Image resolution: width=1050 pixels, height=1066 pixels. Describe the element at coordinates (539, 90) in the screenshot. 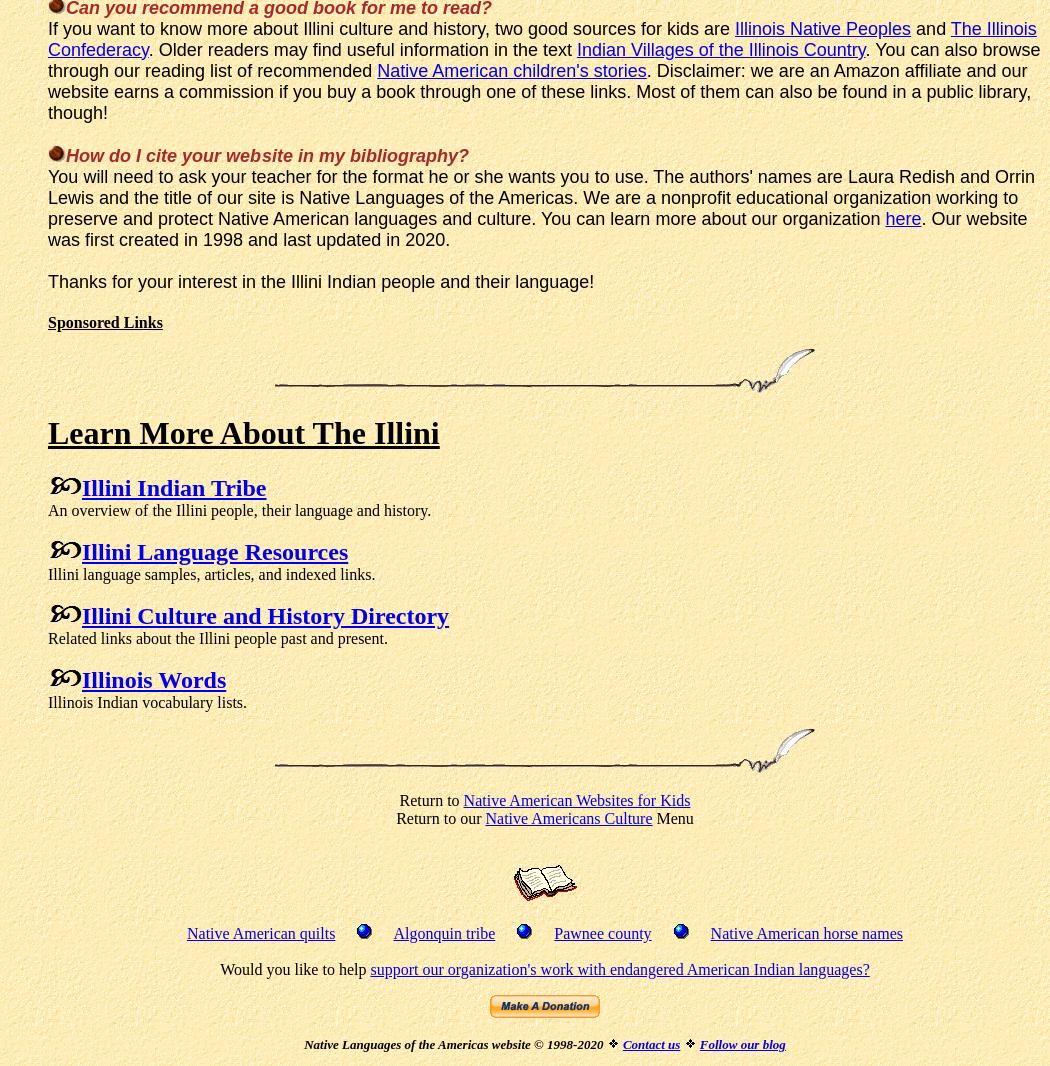

I see `'.
Disclaimer: we are an Amazon affiliate and our website earns a commission if you buy a book through one of these links.
Most of them can also be found in a public library, though!'` at that location.